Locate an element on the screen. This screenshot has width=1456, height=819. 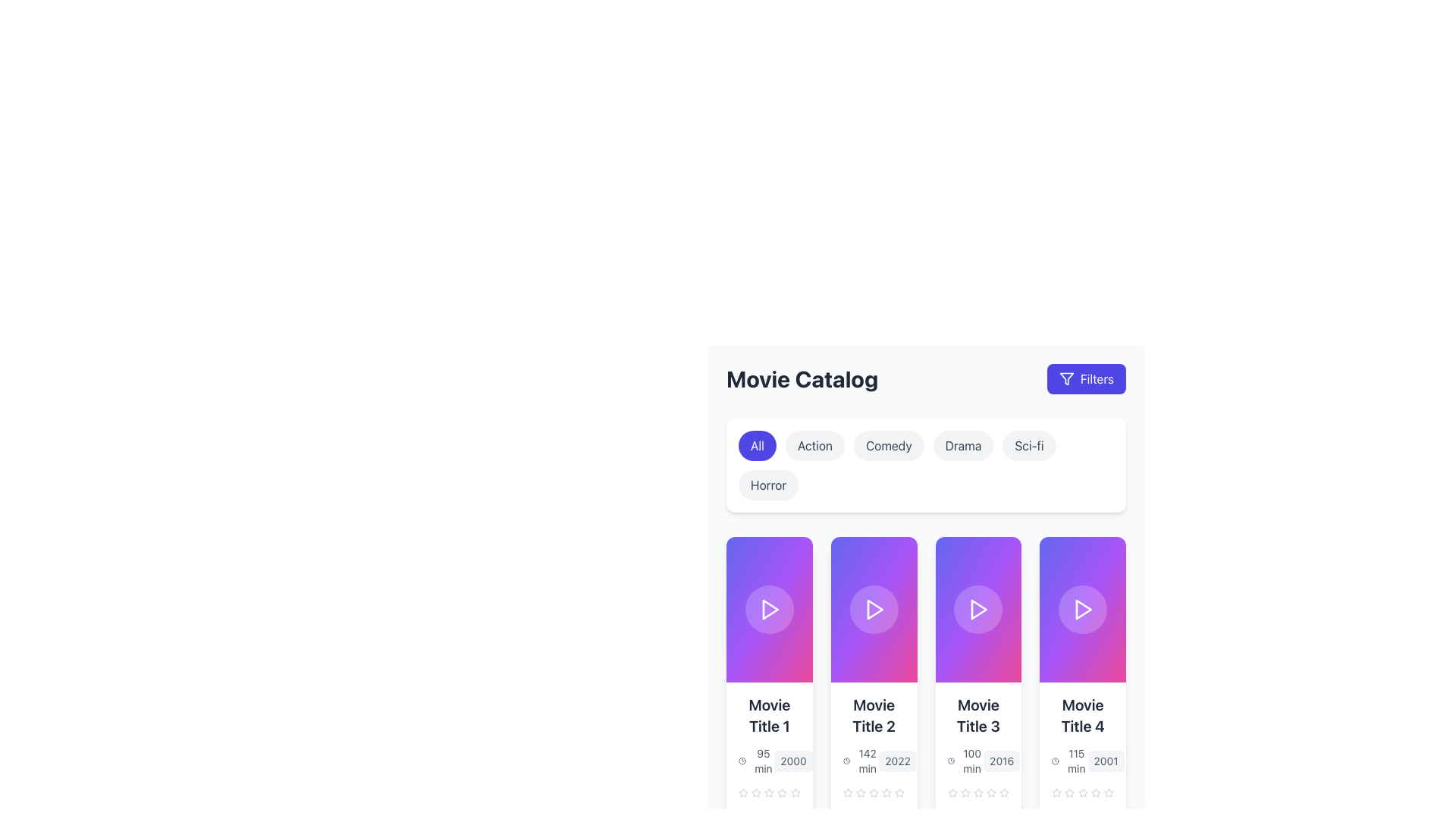
the fifth gray star-shaped icon in the rating feature for 'Movie Title 3' is located at coordinates (991, 792).